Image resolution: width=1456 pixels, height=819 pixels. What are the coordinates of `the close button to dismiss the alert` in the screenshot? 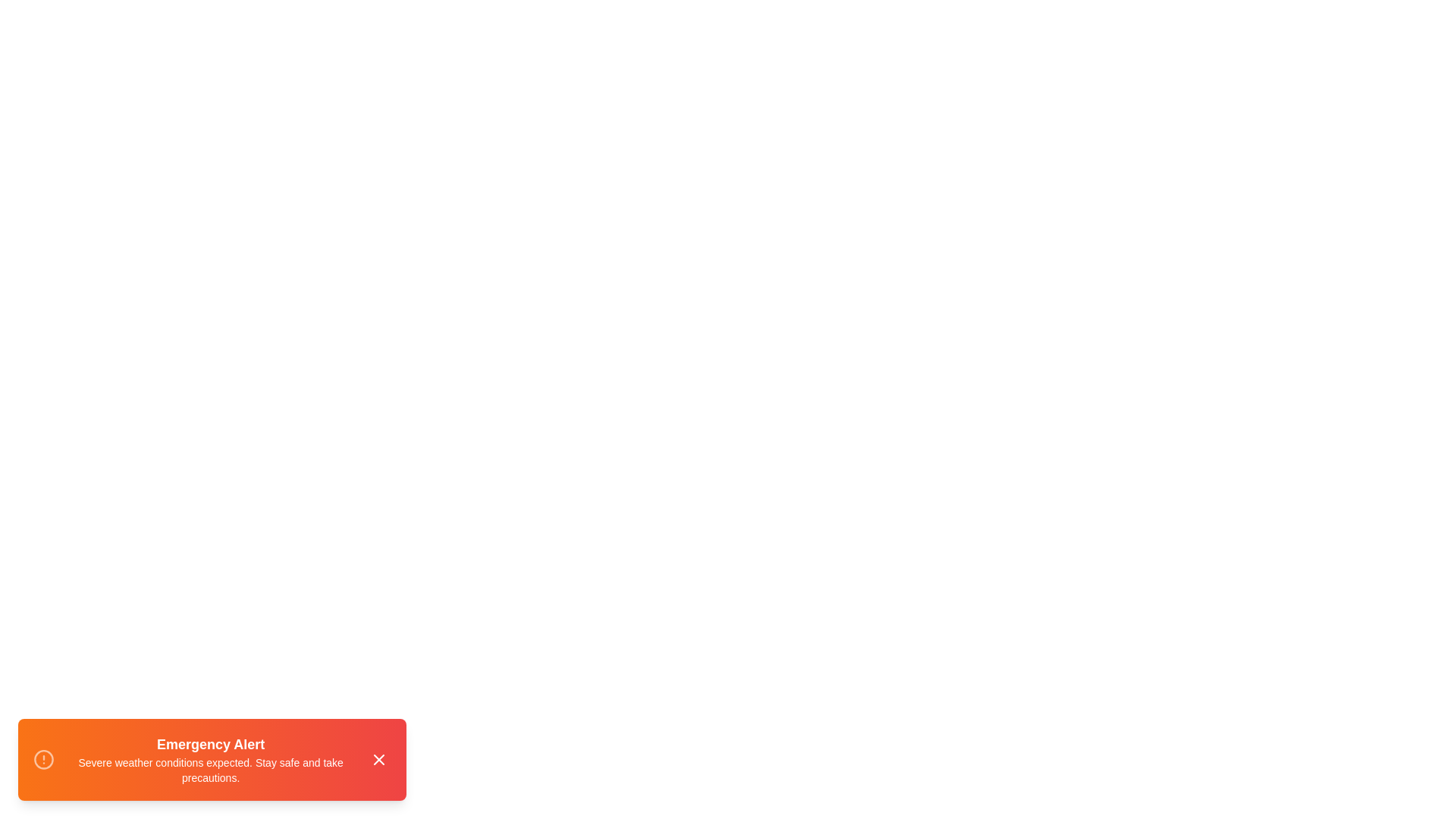 It's located at (378, 760).